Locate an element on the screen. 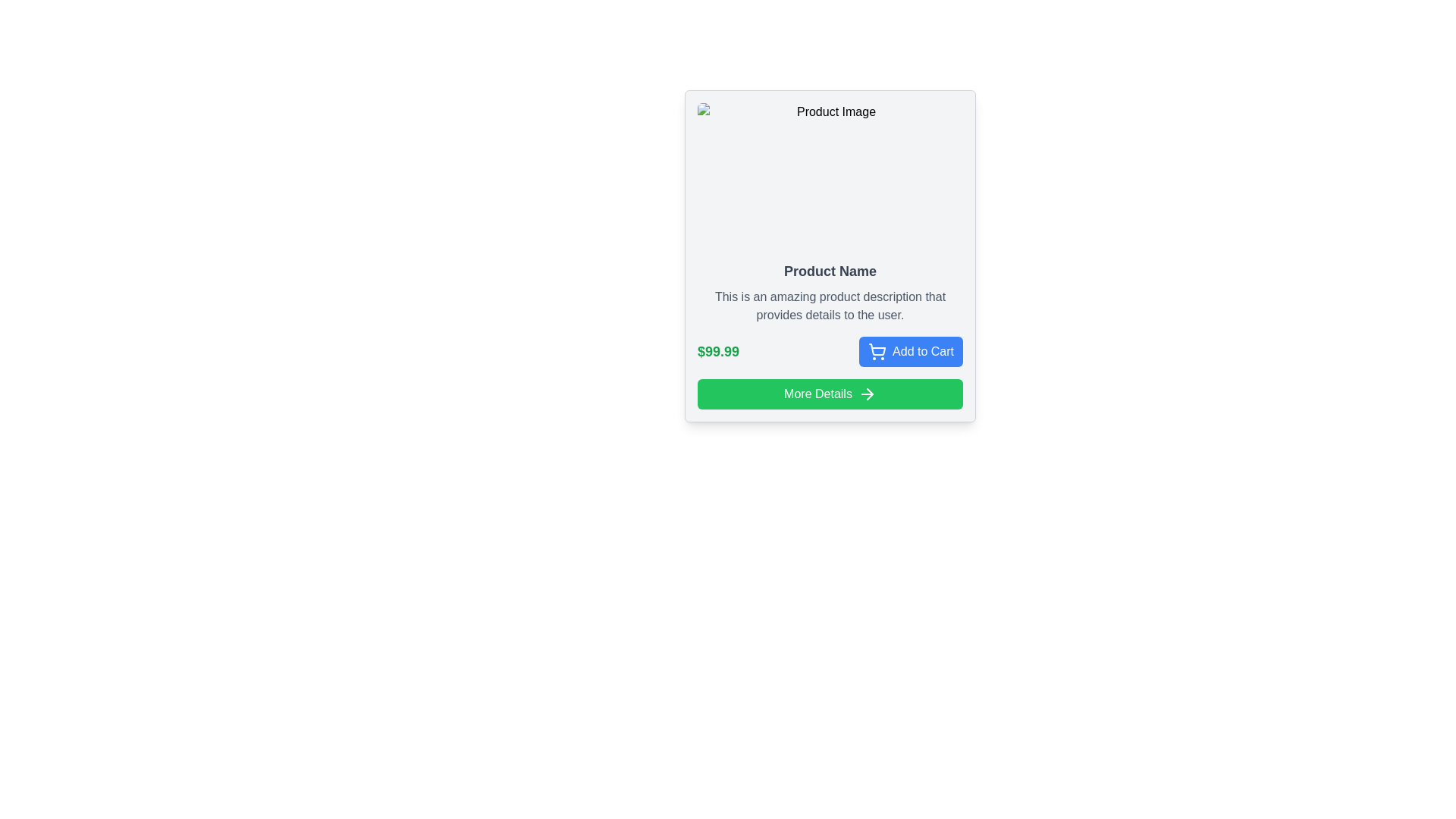 This screenshot has width=1456, height=819. the rightward-pointing arrow icon with a green background, which is located on the far right within the 'More Details' button at the bottom of the product card is located at coordinates (867, 394).